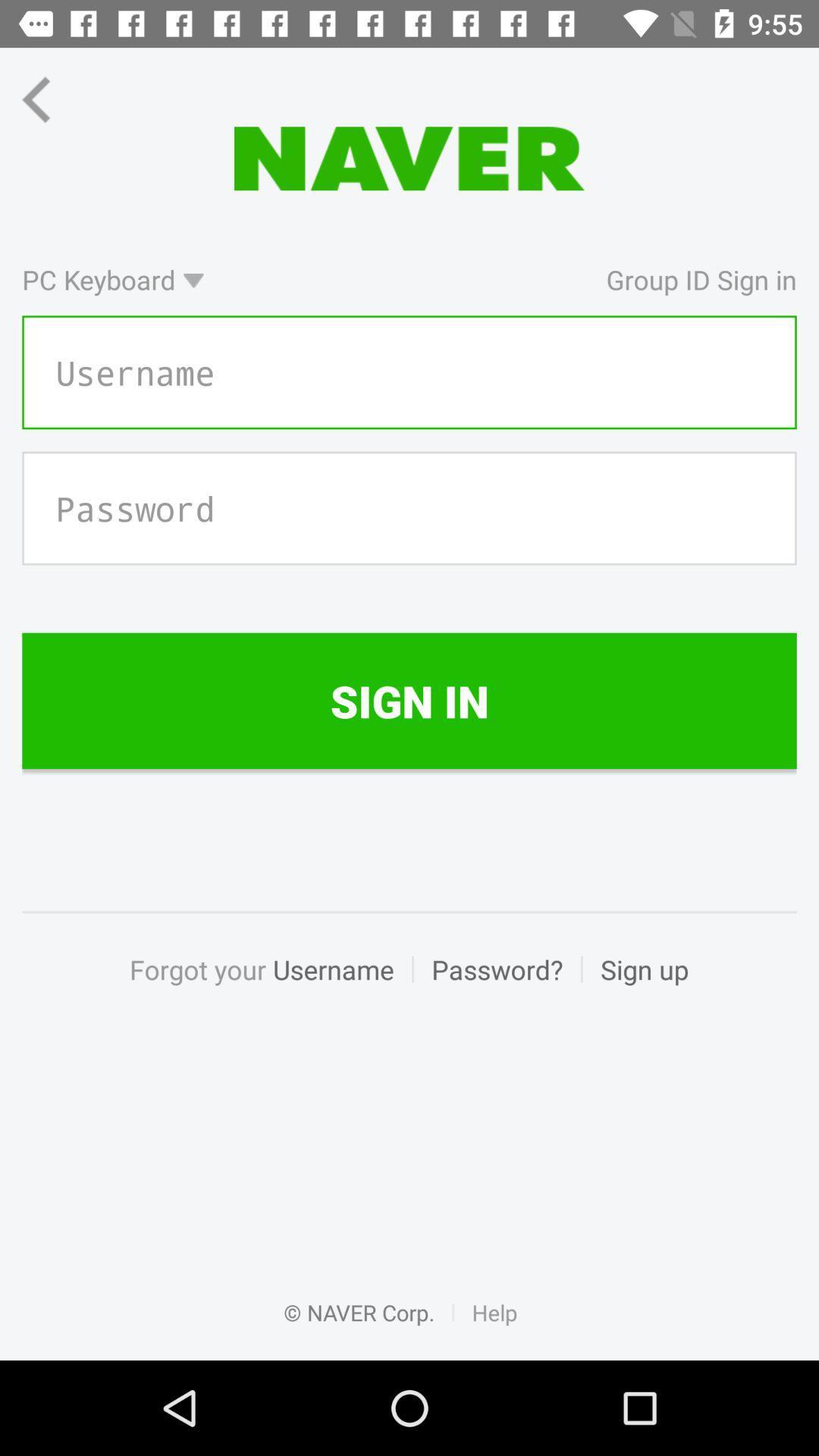 Image resolution: width=819 pixels, height=1456 pixels. I want to click on the forgot your username at the bottom left corner, so click(270, 986).